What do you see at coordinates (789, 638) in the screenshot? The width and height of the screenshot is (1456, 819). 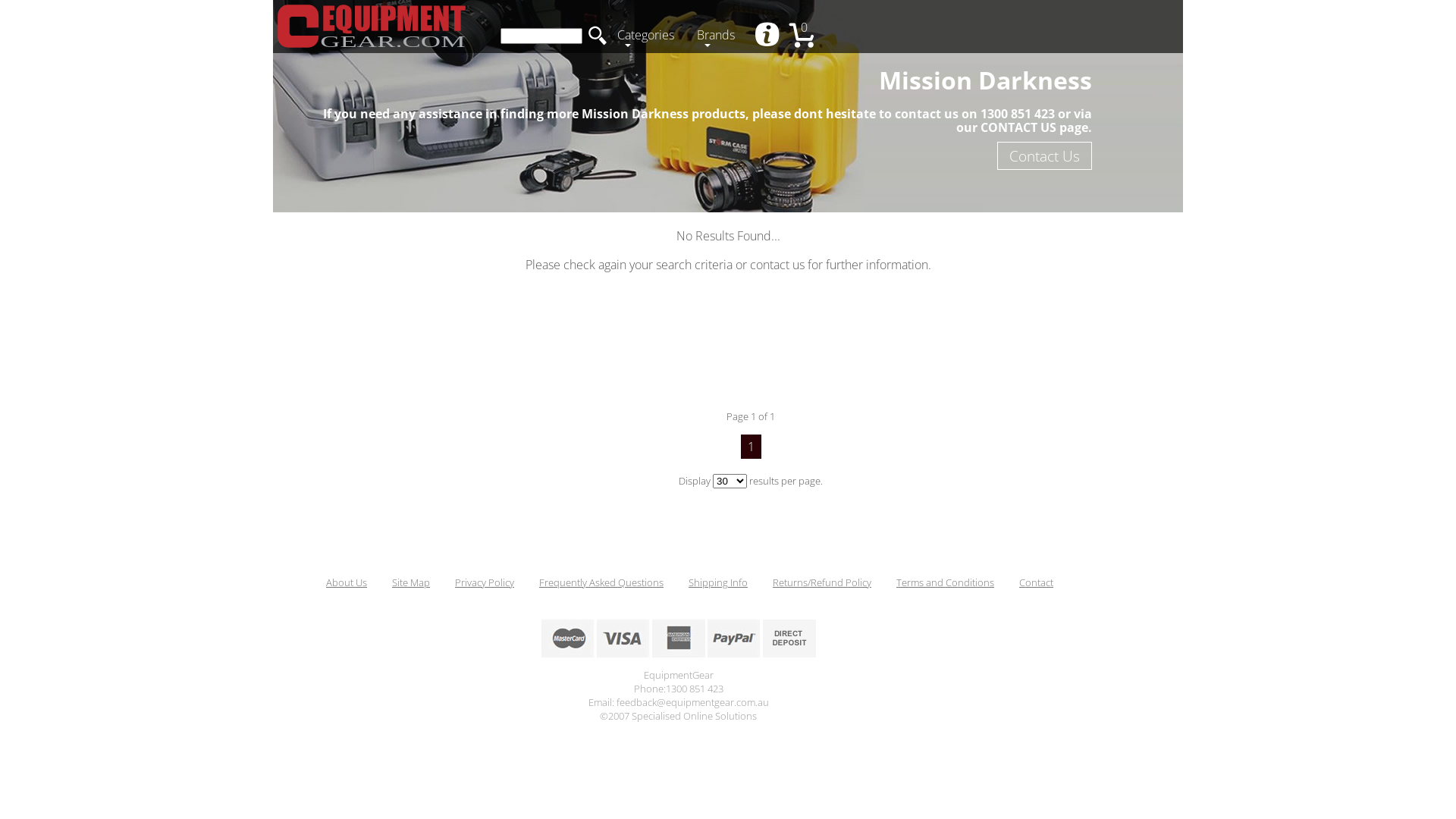 I see `'Bank Deposits Accepted'` at bounding box center [789, 638].